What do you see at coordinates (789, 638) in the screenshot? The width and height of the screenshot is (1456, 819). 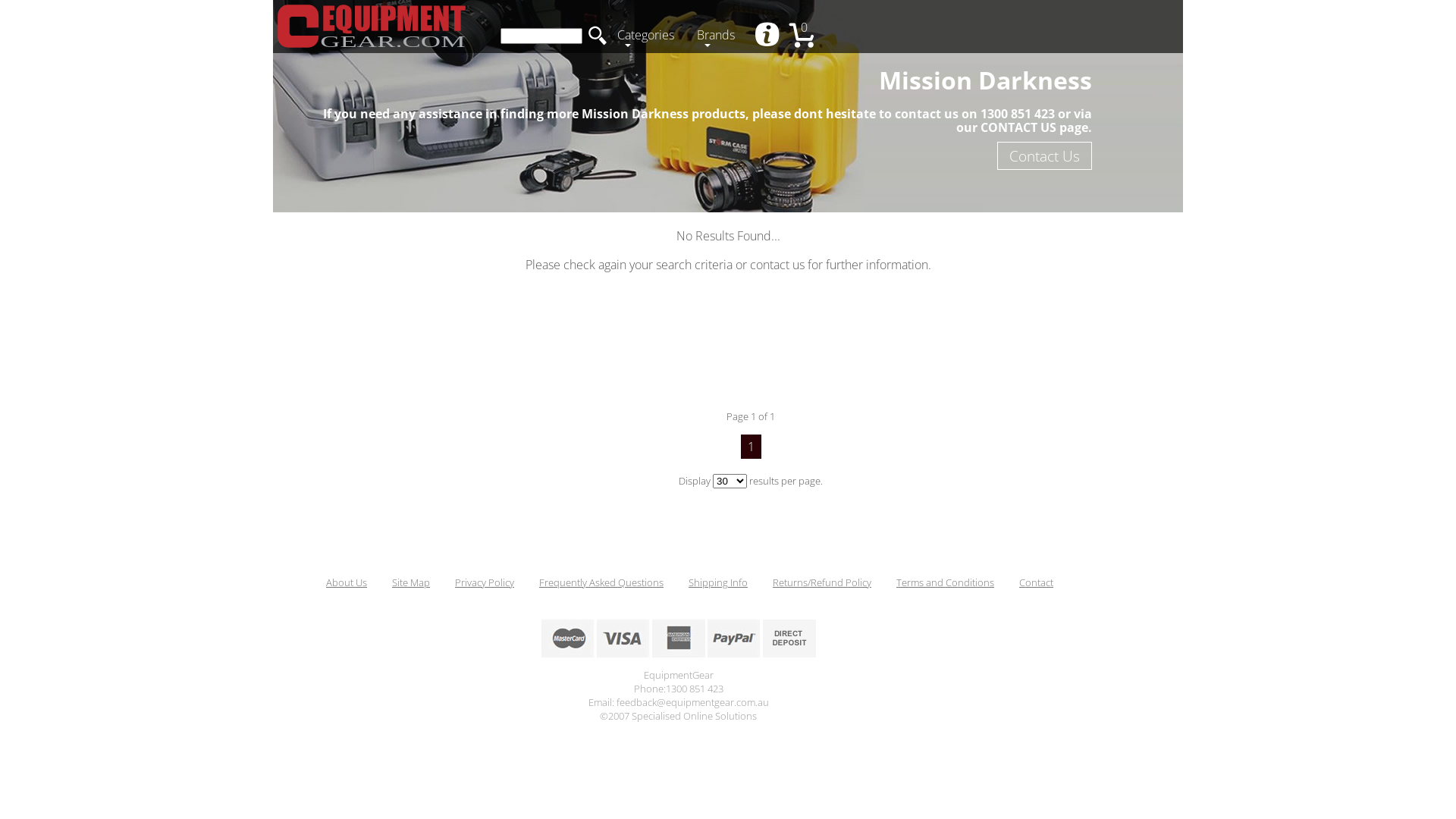 I see `'Bank Deposits Accepted'` at bounding box center [789, 638].